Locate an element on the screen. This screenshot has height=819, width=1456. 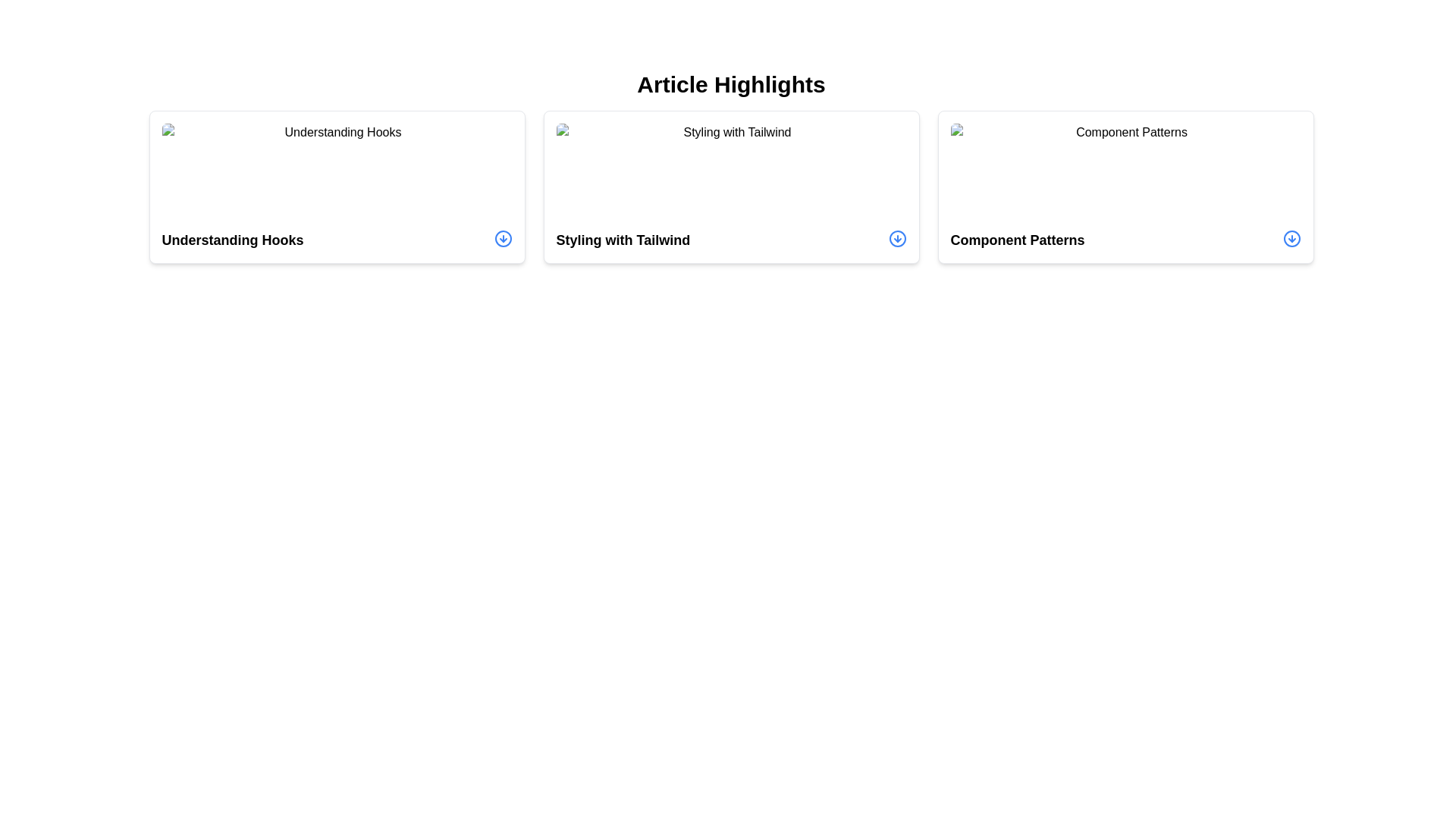
the Text Label that serves as the title for the card under 'Article Highlights', which is displayed in bold and larger font is located at coordinates (232, 239).